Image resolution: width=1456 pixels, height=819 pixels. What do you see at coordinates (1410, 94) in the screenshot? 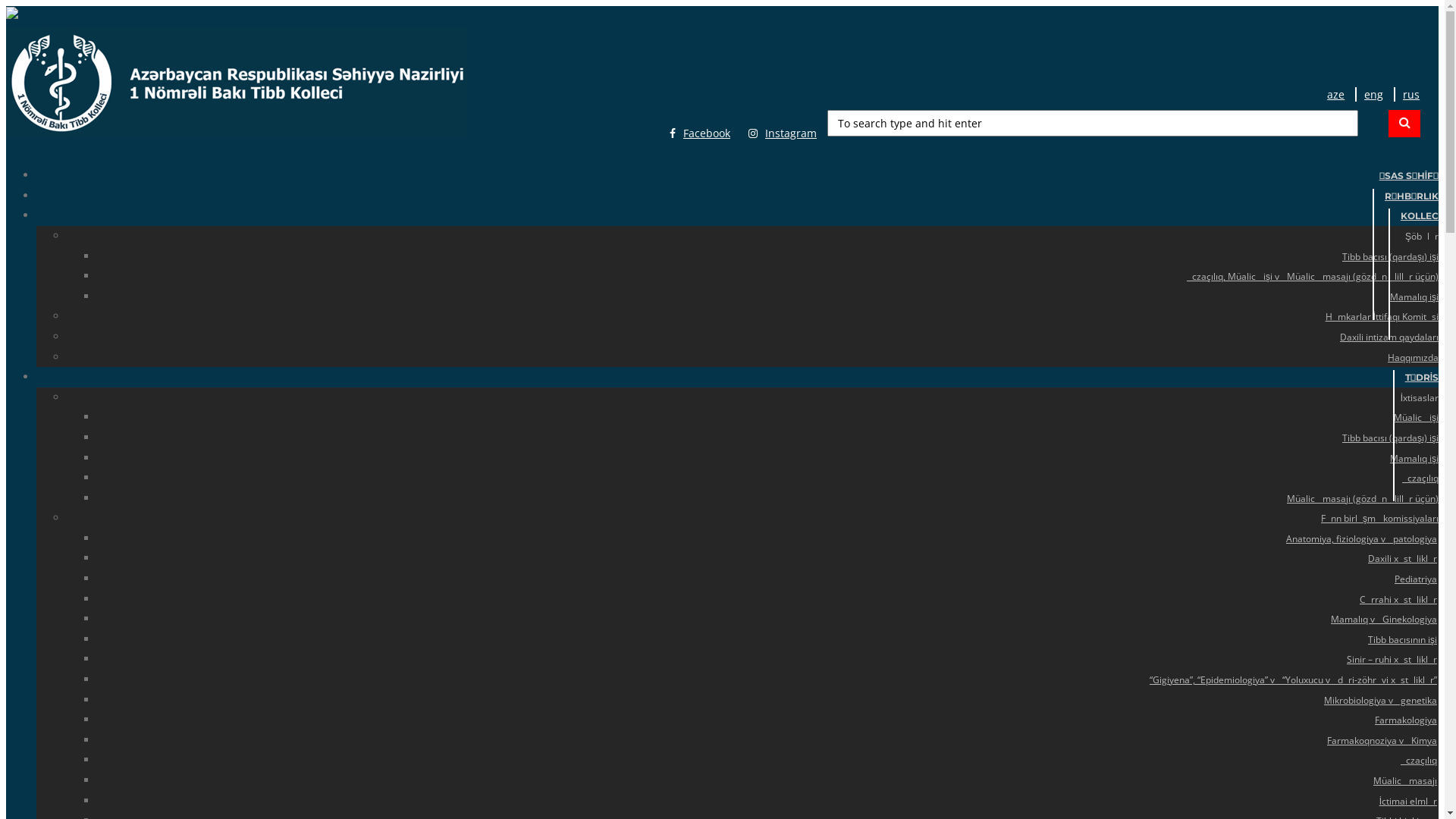
I see `'rus'` at bounding box center [1410, 94].